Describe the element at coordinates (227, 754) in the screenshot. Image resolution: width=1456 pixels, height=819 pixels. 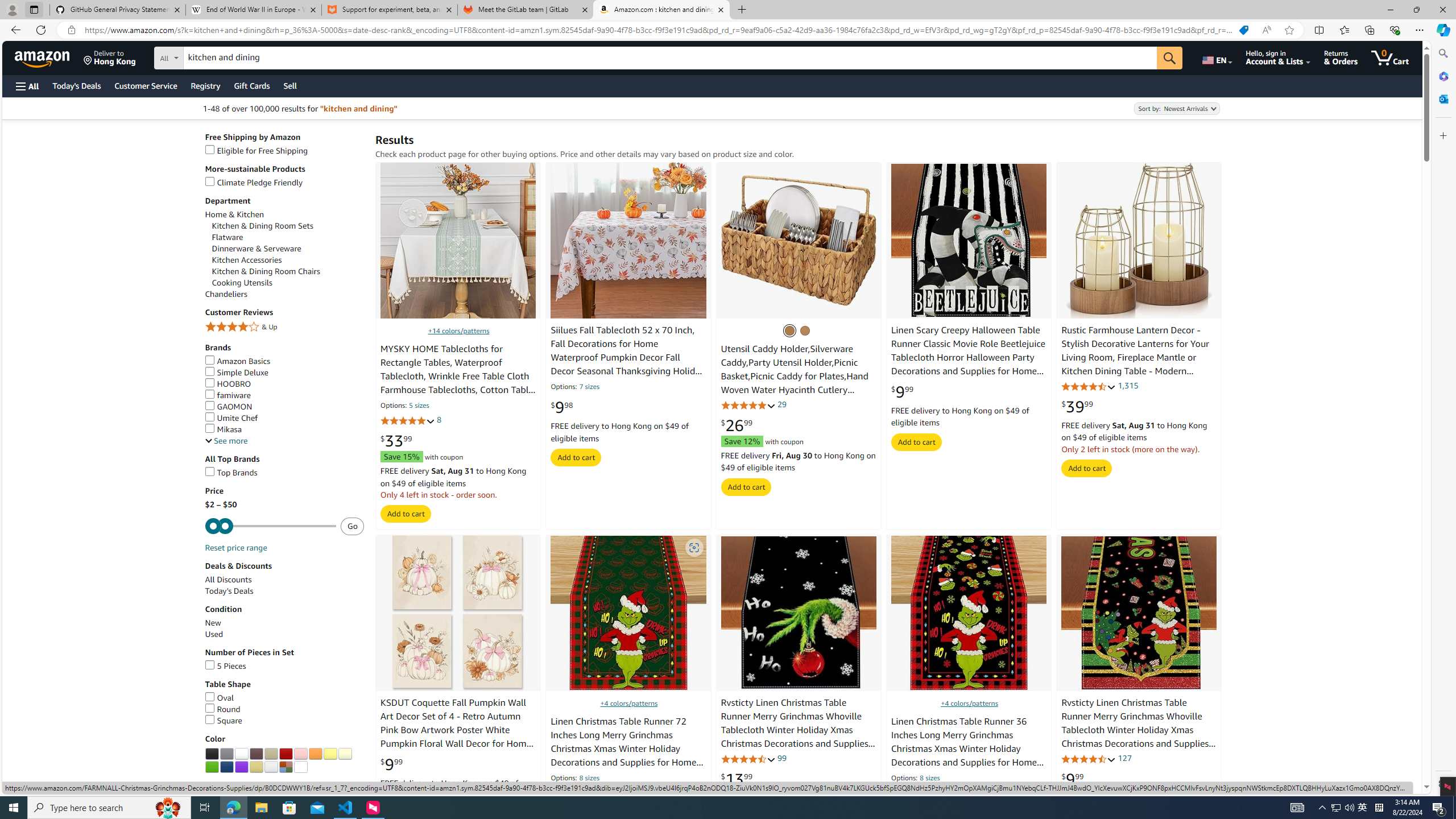
I see `'Grey'` at that location.